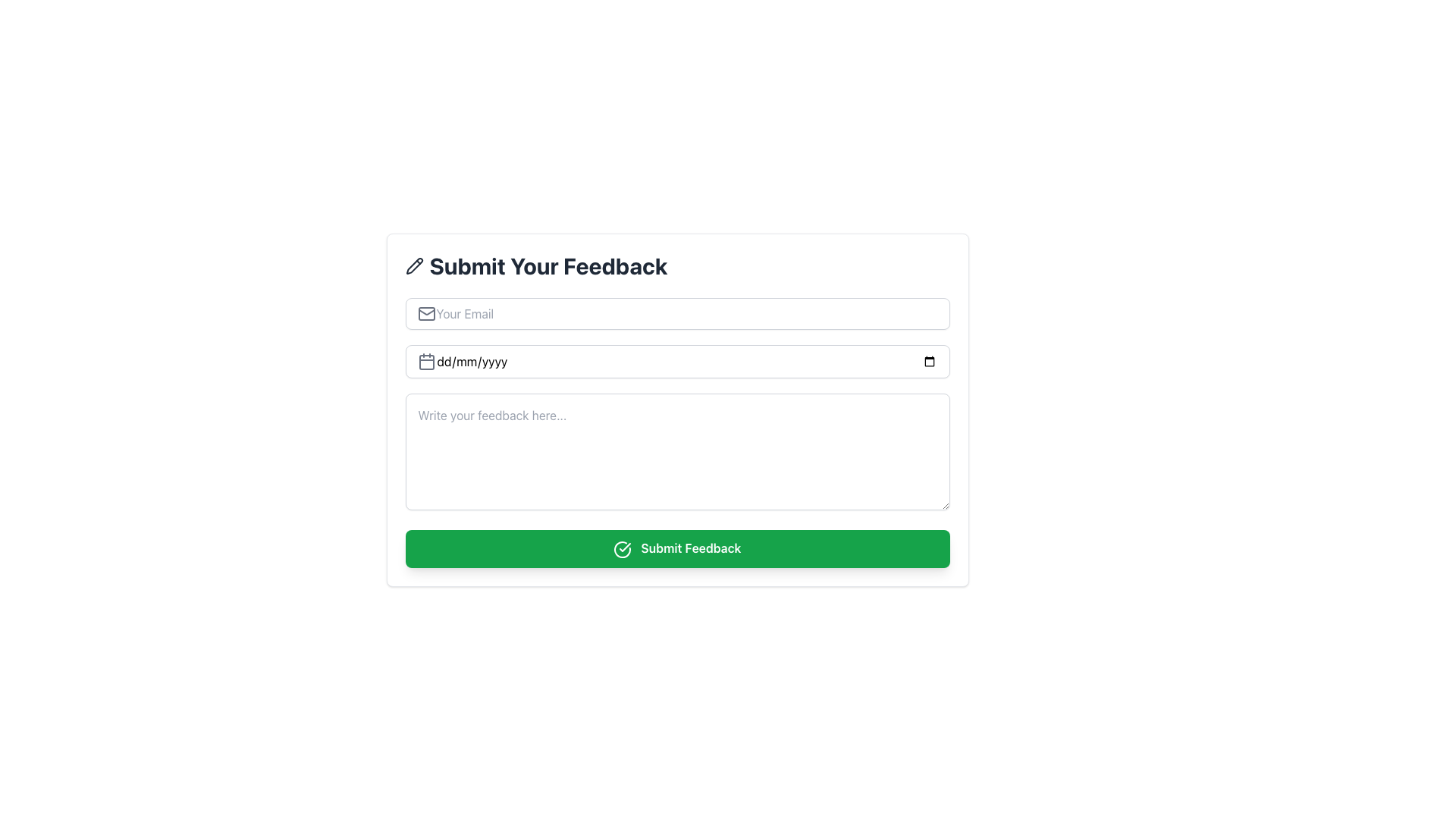 Image resolution: width=1456 pixels, height=819 pixels. What do you see at coordinates (414, 265) in the screenshot?
I see `the edit icon located in the top left corner of the feedback submission form, above the input fields and to the left of the 'Submit Your Feedback' heading` at bounding box center [414, 265].